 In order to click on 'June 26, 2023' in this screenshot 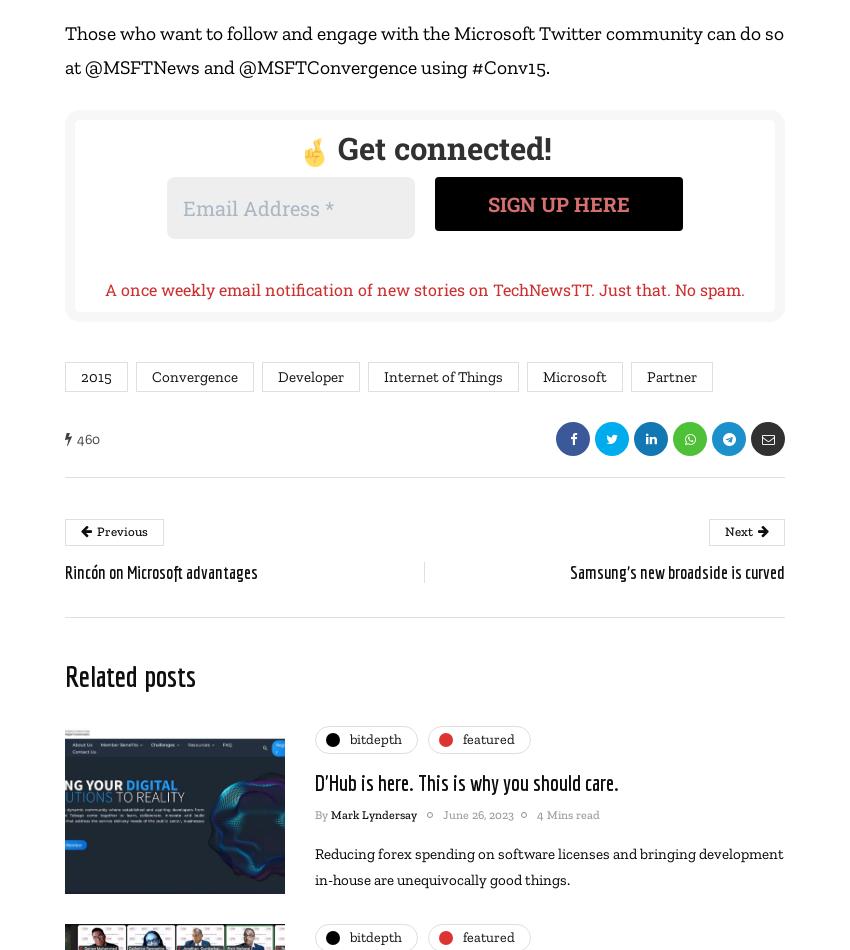, I will do `click(478, 814)`.